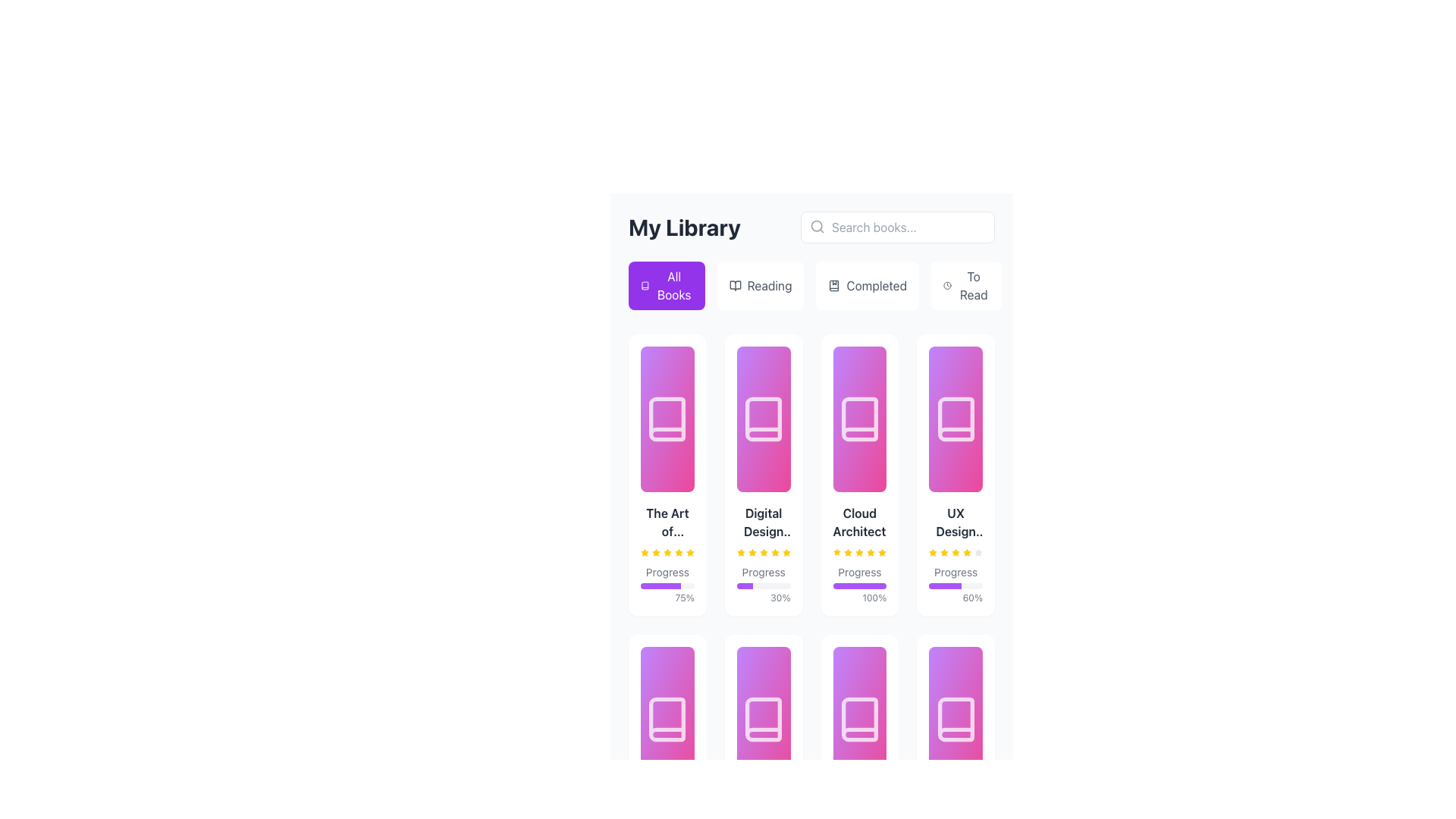 The width and height of the screenshot is (1456, 819). I want to click on the search icon, which is a gray magnifying glass symbol located inside the search bar component at the top-right area of the interface, just before the placeholder text 'Search books...', so click(817, 227).